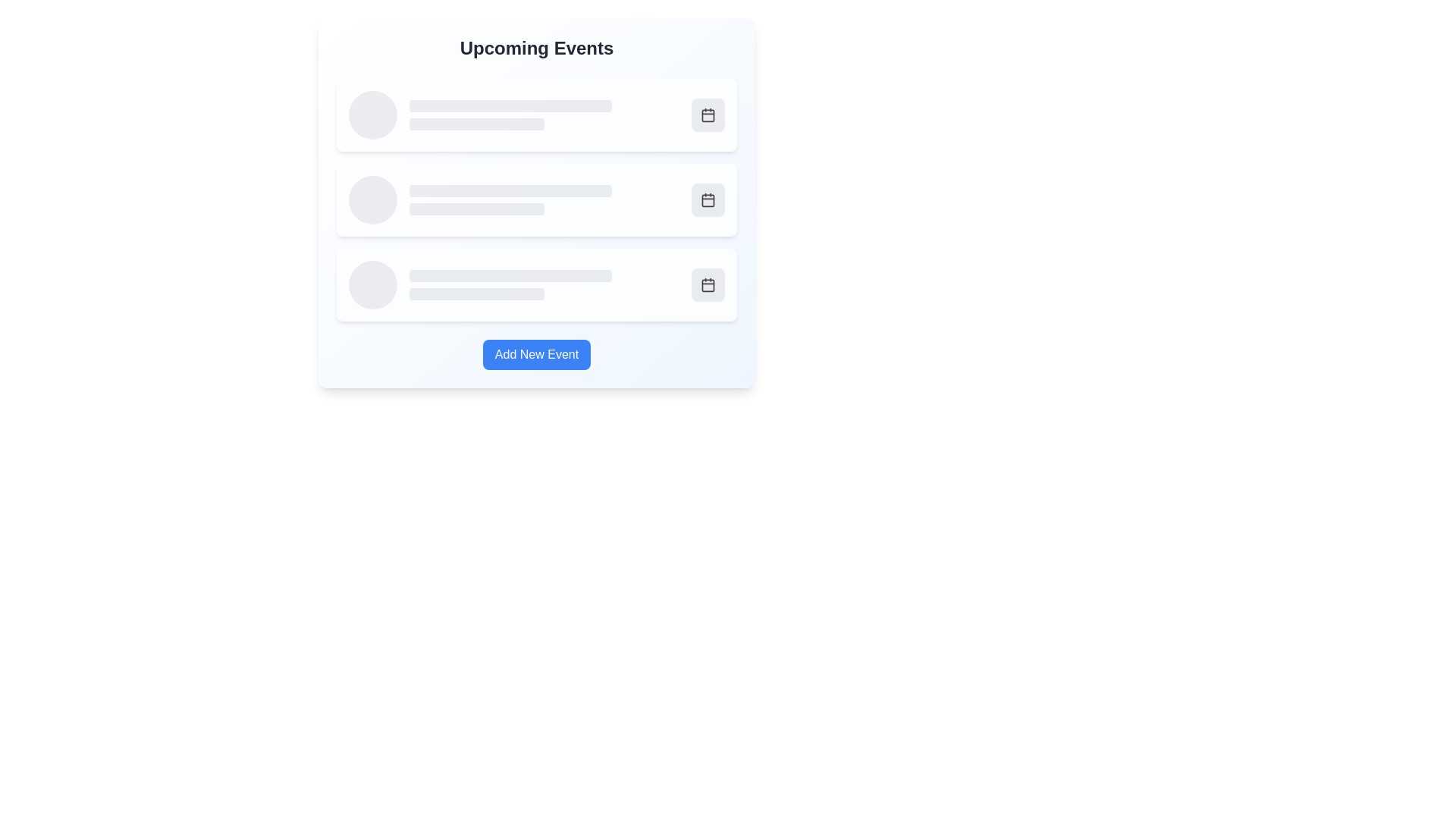  What do you see at coordinates (708, 199) in the screenshot?
I see `the small rounded calendar icon located in the top-right corner of the second row of the list` at bounding box center [708, 199].